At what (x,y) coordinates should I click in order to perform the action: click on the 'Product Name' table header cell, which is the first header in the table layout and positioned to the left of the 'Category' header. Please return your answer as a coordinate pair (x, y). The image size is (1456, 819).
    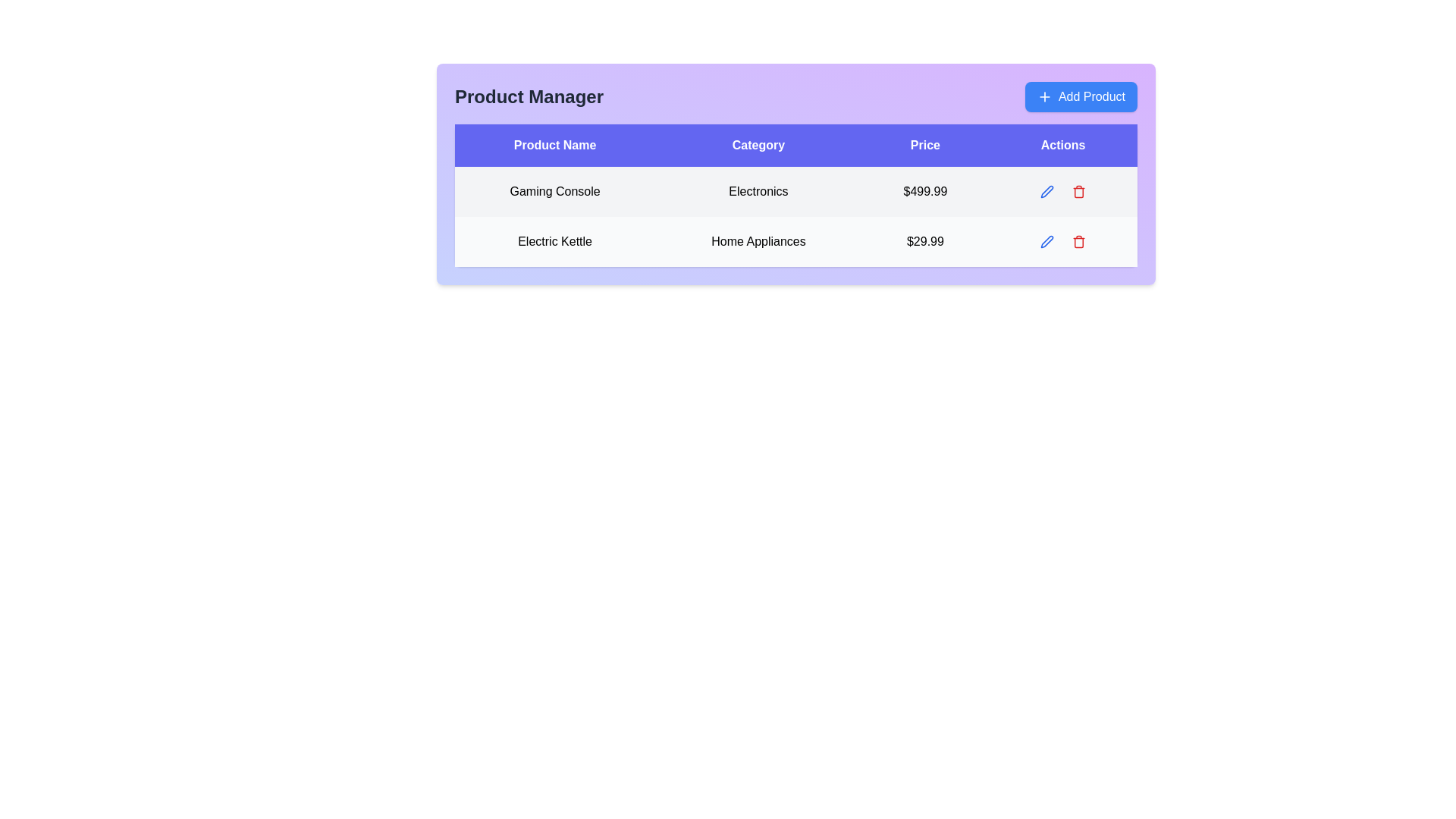
    Looking at the image, I should click on (554, 146).